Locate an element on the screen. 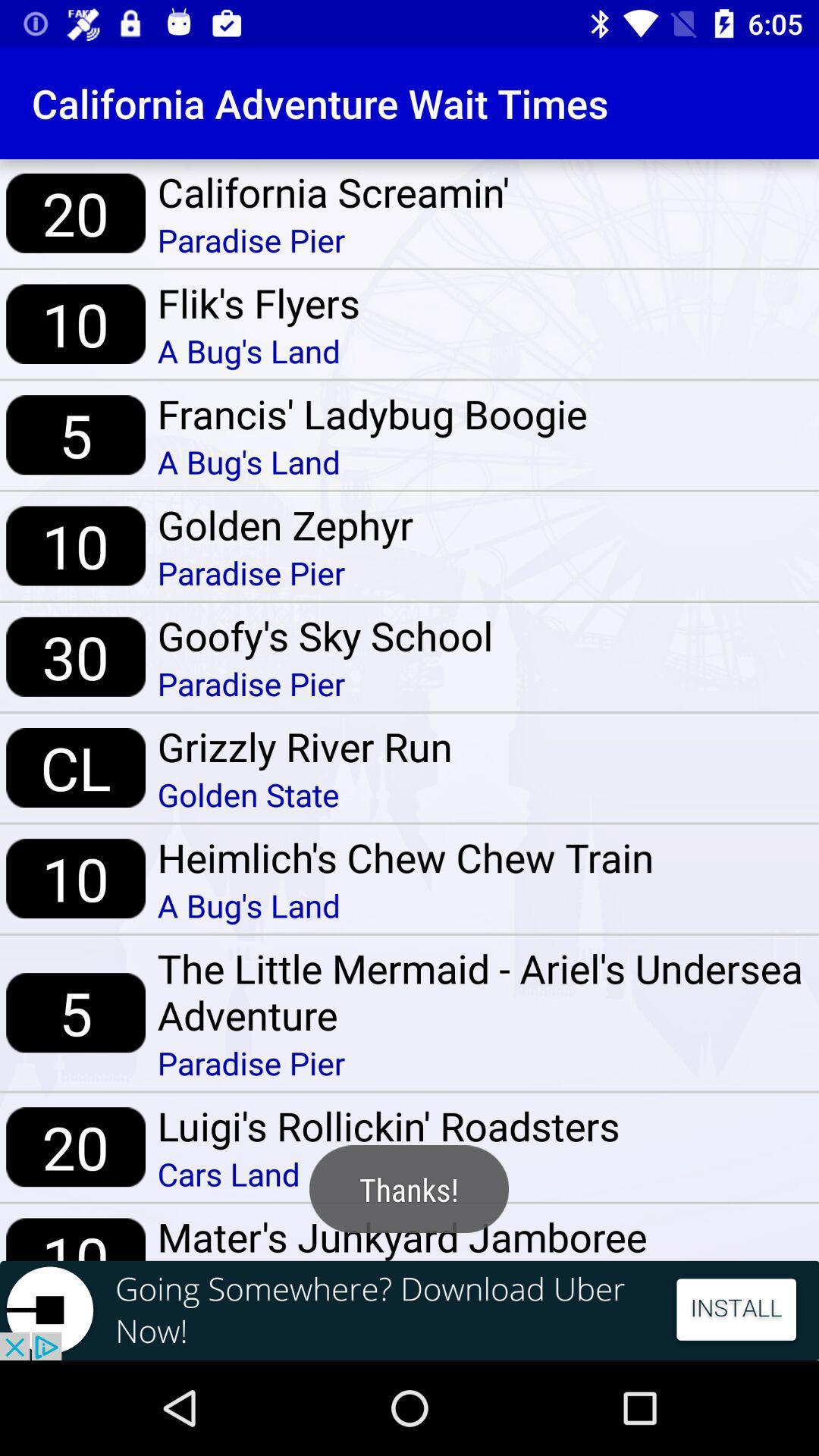  the icon next to 30 icon is located at coordinates (324, 635).